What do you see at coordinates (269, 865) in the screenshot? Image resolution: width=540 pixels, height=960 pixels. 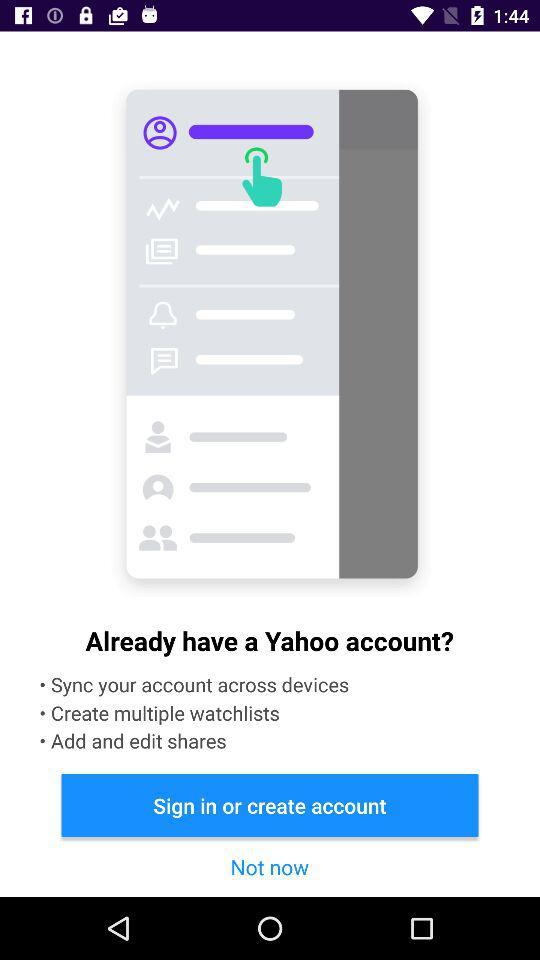 I see `not now item` at bounding box center [269, 865].